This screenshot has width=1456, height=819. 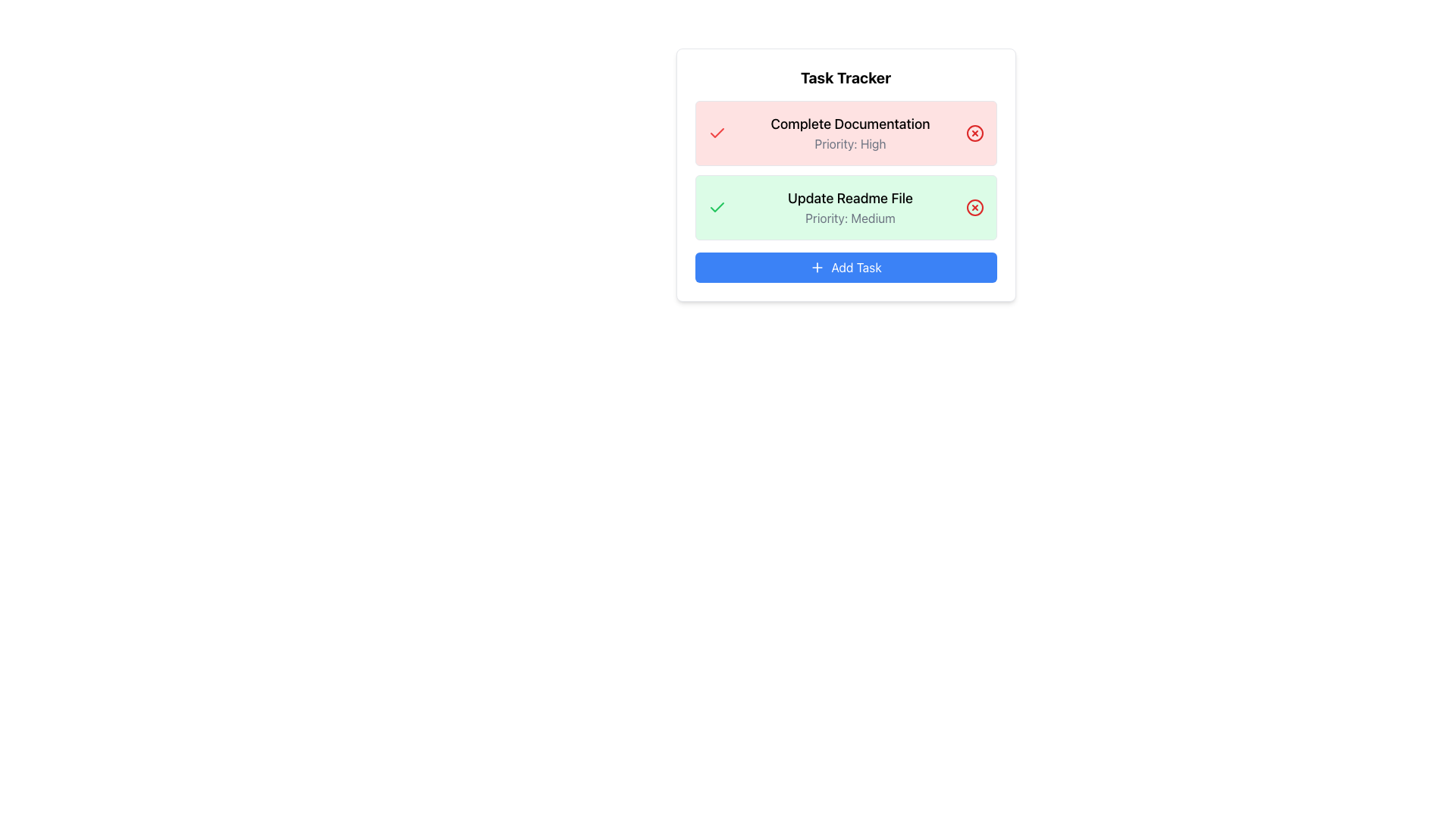 I want to click on the task item display in the task tracker application, which shows the task name and priority level, located between 'Complete Documentation' and '+ Add Task', so click(x=850, y=207).